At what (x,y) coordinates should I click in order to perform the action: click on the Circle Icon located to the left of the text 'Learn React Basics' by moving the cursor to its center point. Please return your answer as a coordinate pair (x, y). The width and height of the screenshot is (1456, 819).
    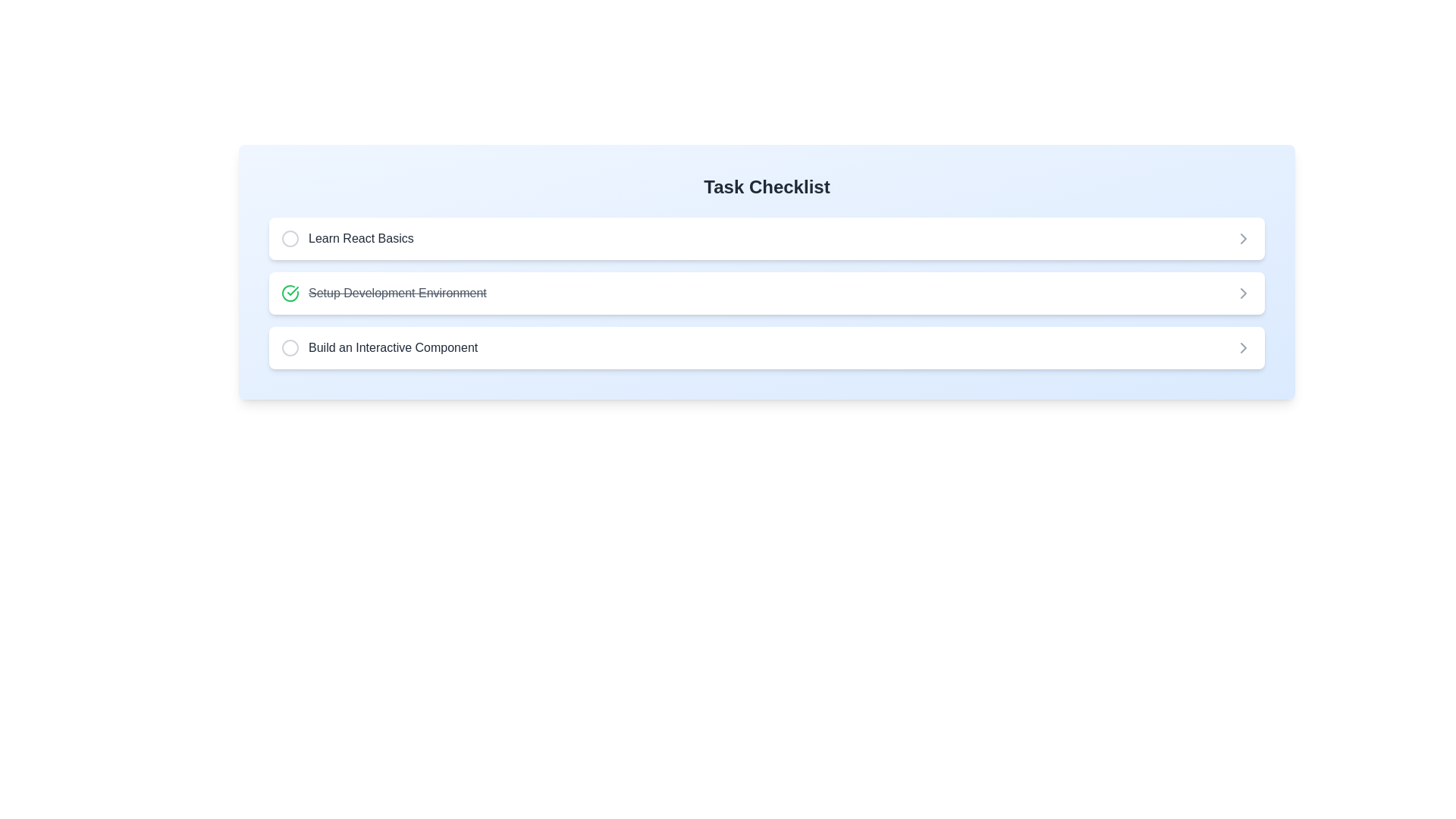
    Looking at the image, I should click on (290, 239).